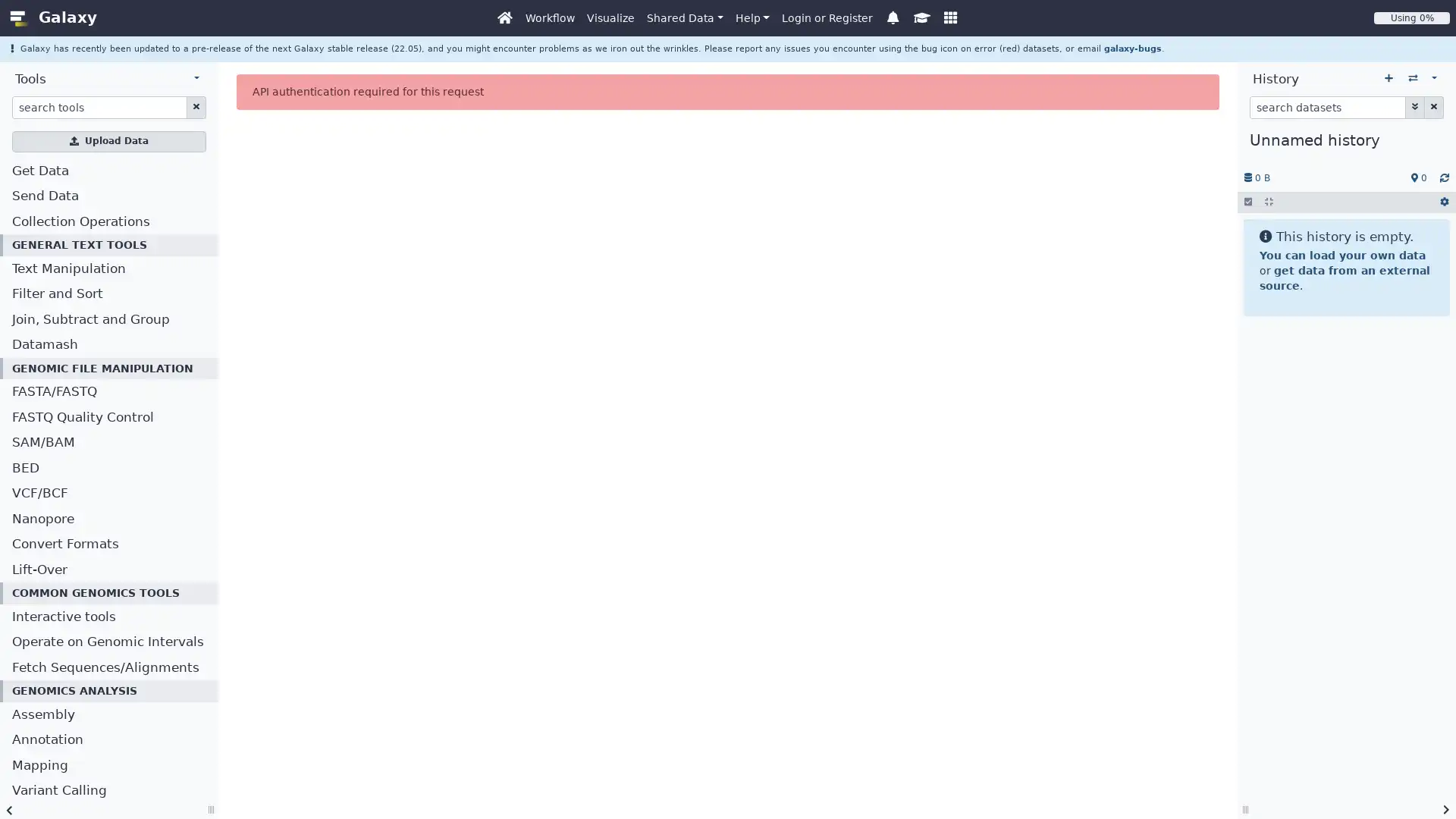  What do you see at coordinates (1411, 79) in the screenshot?
I see `Switch to history` at bounding box center [1411, 79].